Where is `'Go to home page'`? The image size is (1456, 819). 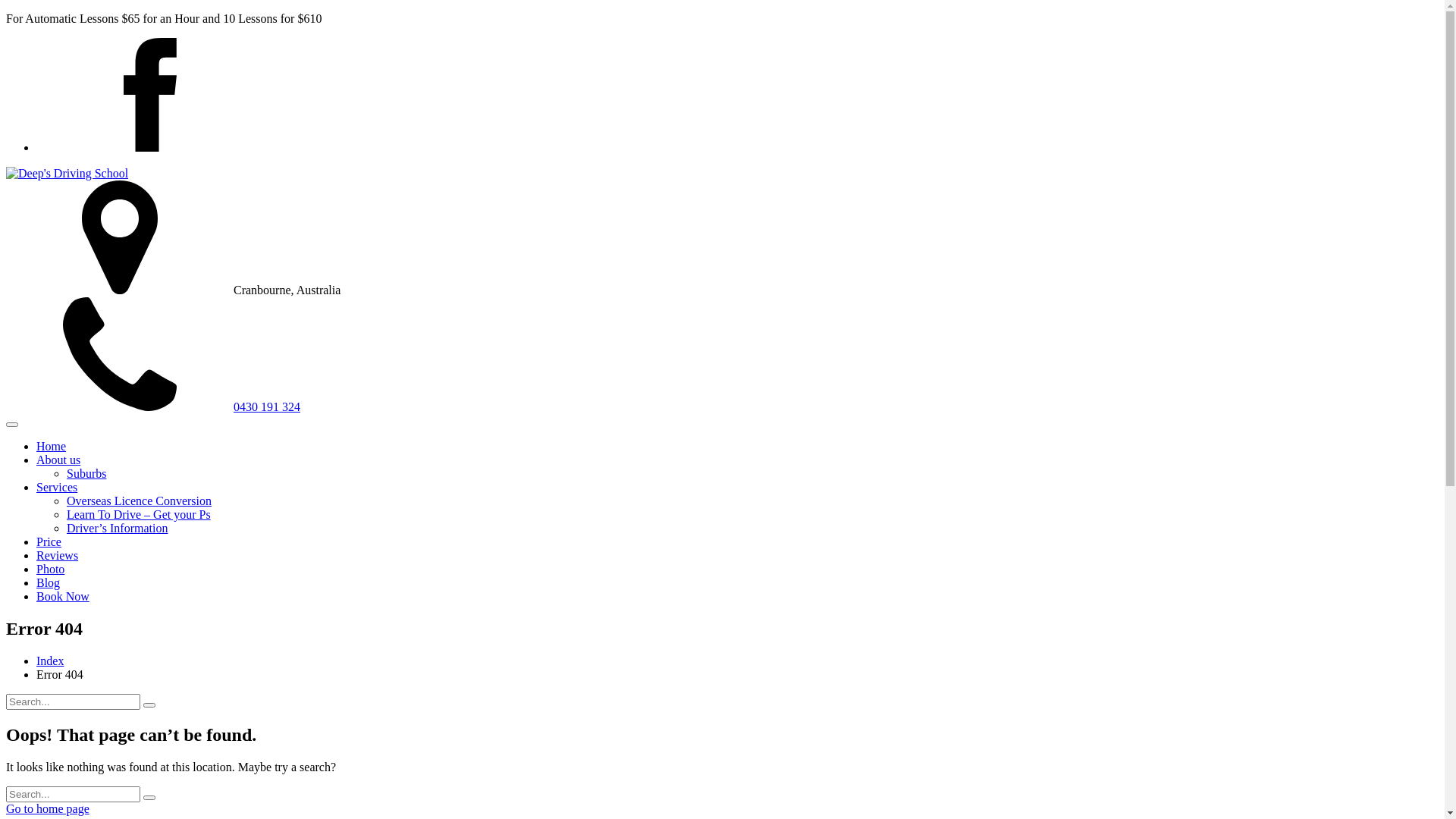
'Go to home page' is located at coordinates (6, 808).